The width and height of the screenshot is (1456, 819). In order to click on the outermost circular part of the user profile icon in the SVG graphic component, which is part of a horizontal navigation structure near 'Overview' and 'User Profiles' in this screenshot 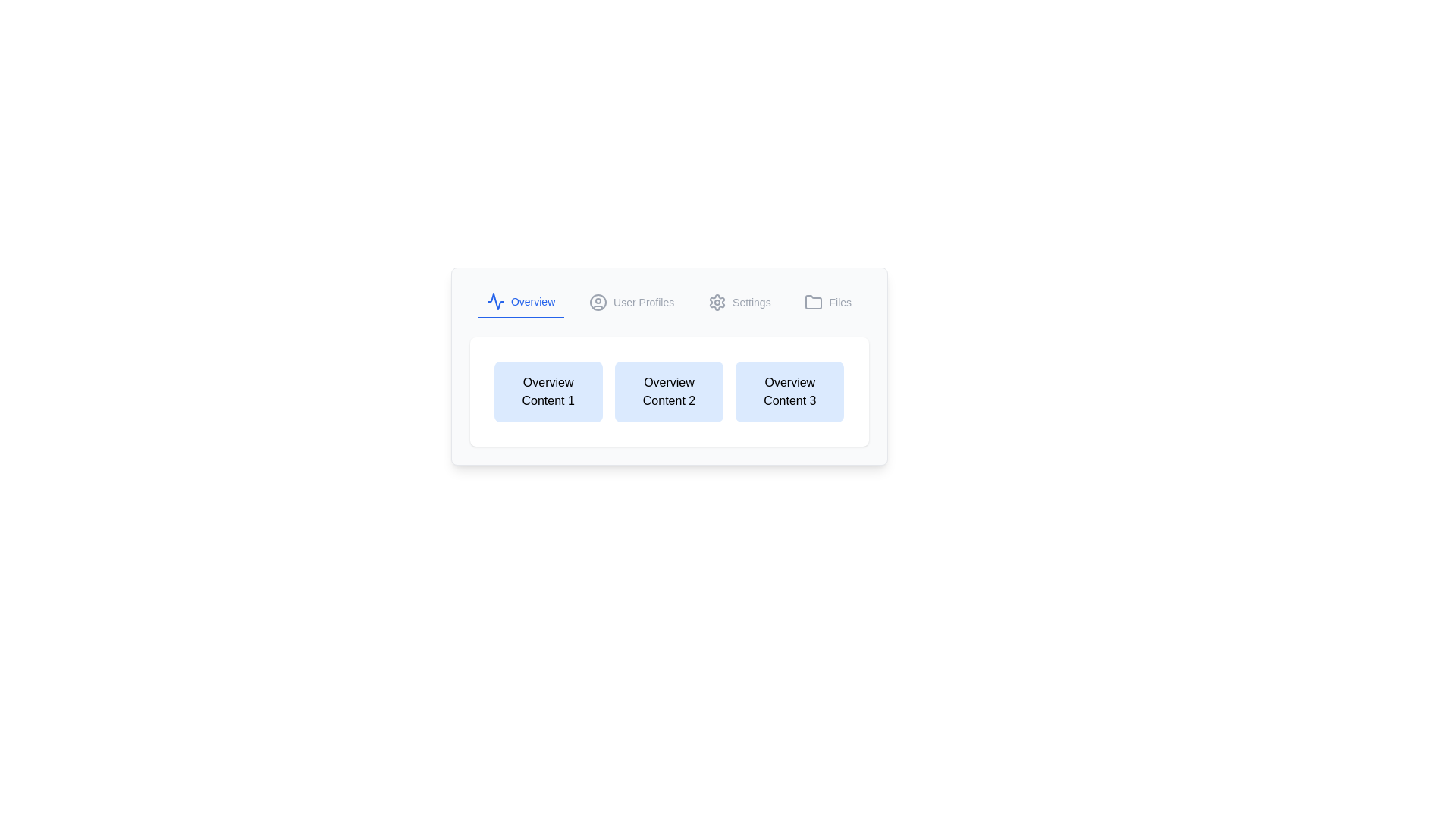, I will do `click(598, 302)`.